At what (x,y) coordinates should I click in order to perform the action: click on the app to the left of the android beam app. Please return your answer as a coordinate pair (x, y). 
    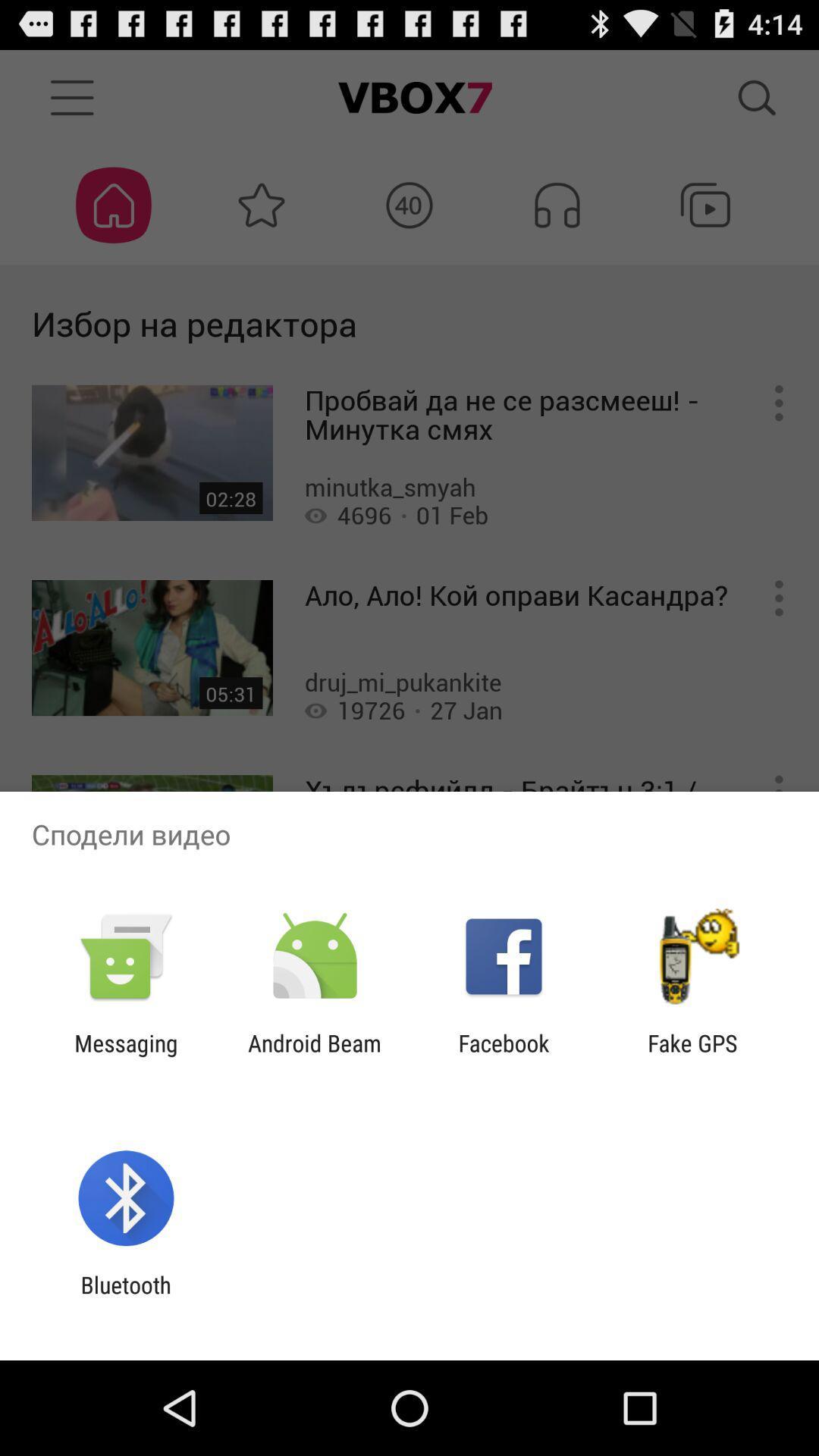
    Looking at the image, I should click on (125, 1056).